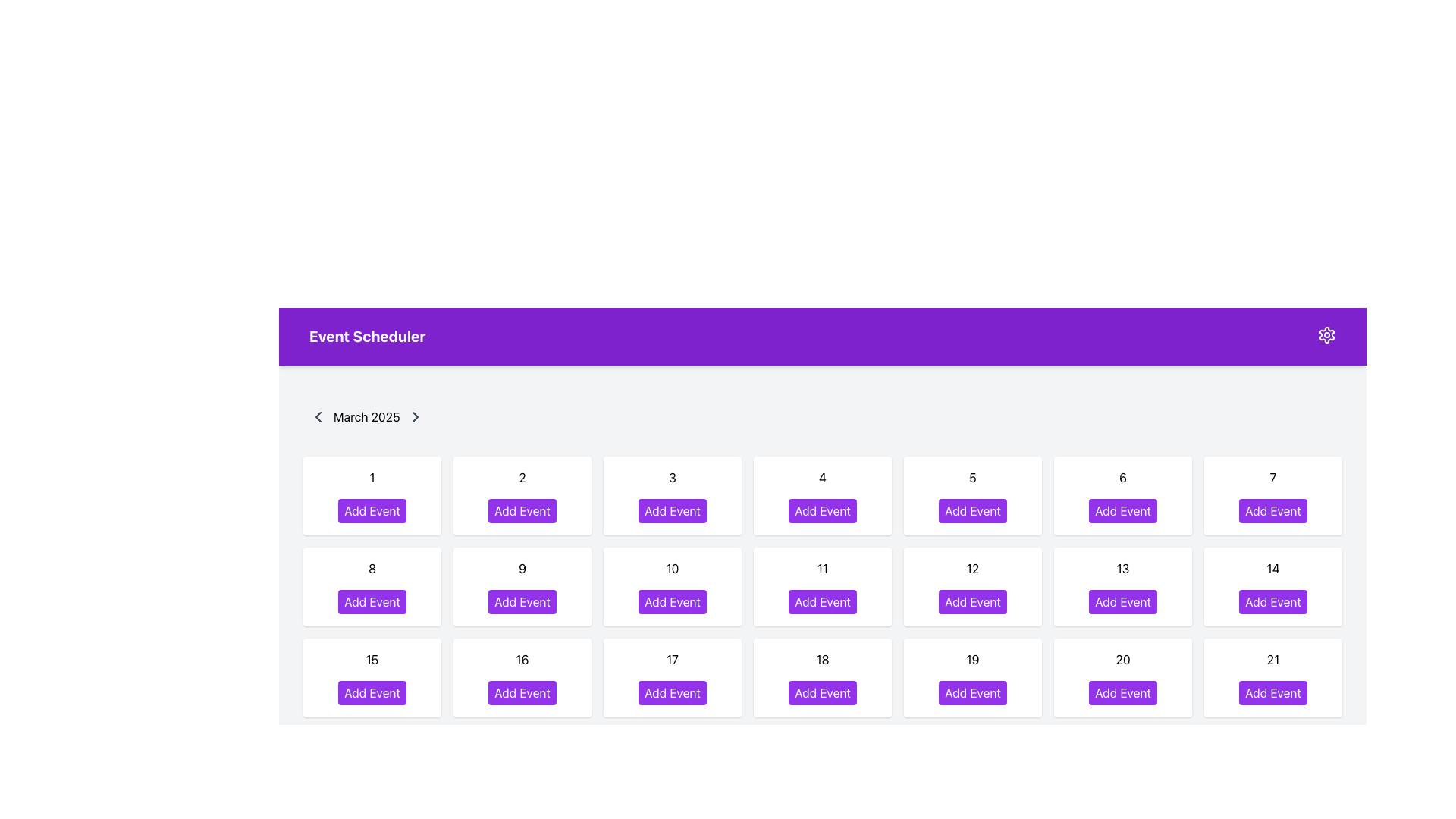  Describe the element at coordinates (522, 511) in the screenshot. I see `the 'Add Event' button with a purple background located in the card for March 2, 2025` at that location.